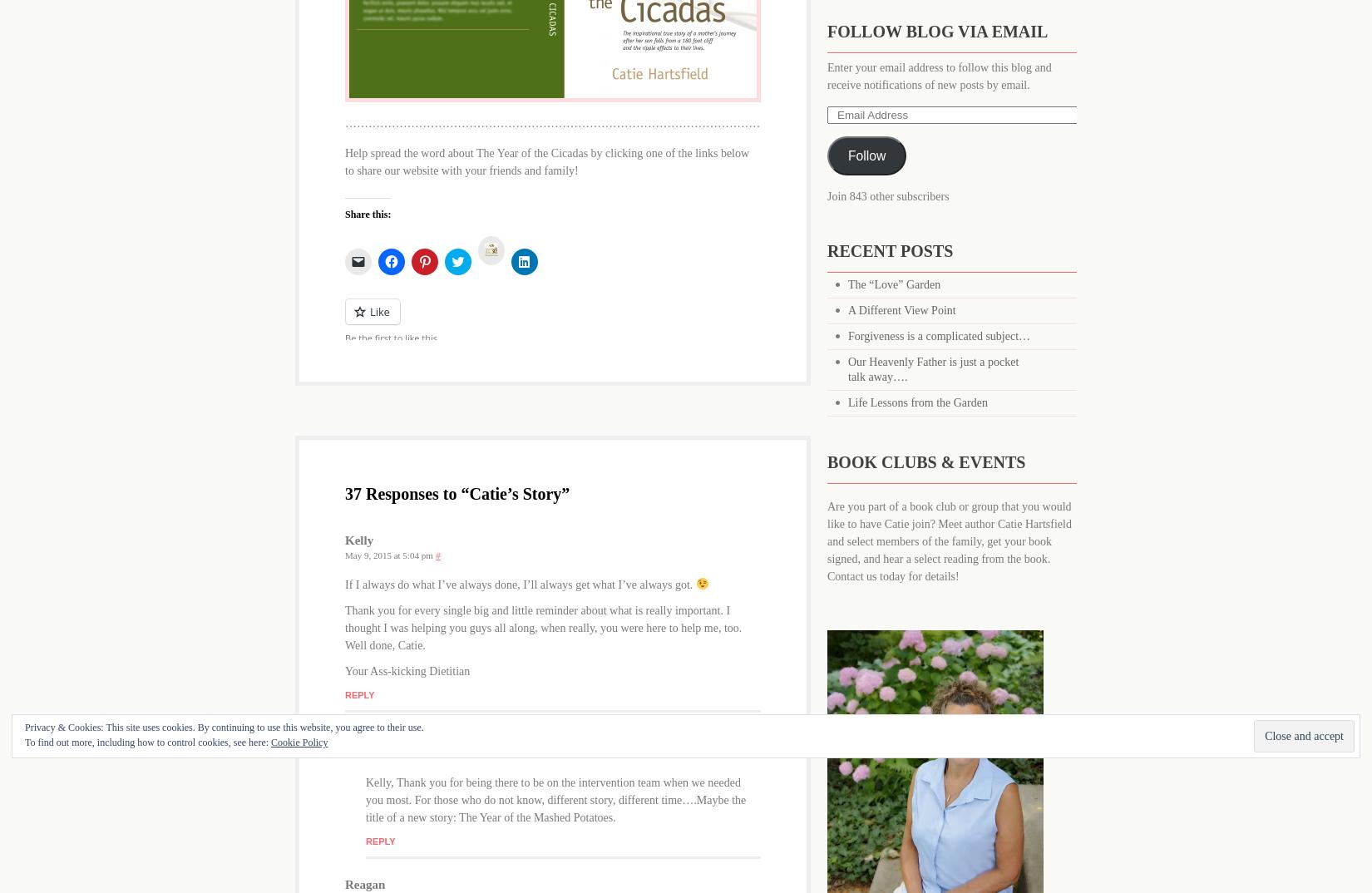 This screenshot has width=1372, height=893. I want to click on 'Privacy & Cookies: This site uses cookies. By continuing to use this website, you agree to their use.', so click(224, 726).